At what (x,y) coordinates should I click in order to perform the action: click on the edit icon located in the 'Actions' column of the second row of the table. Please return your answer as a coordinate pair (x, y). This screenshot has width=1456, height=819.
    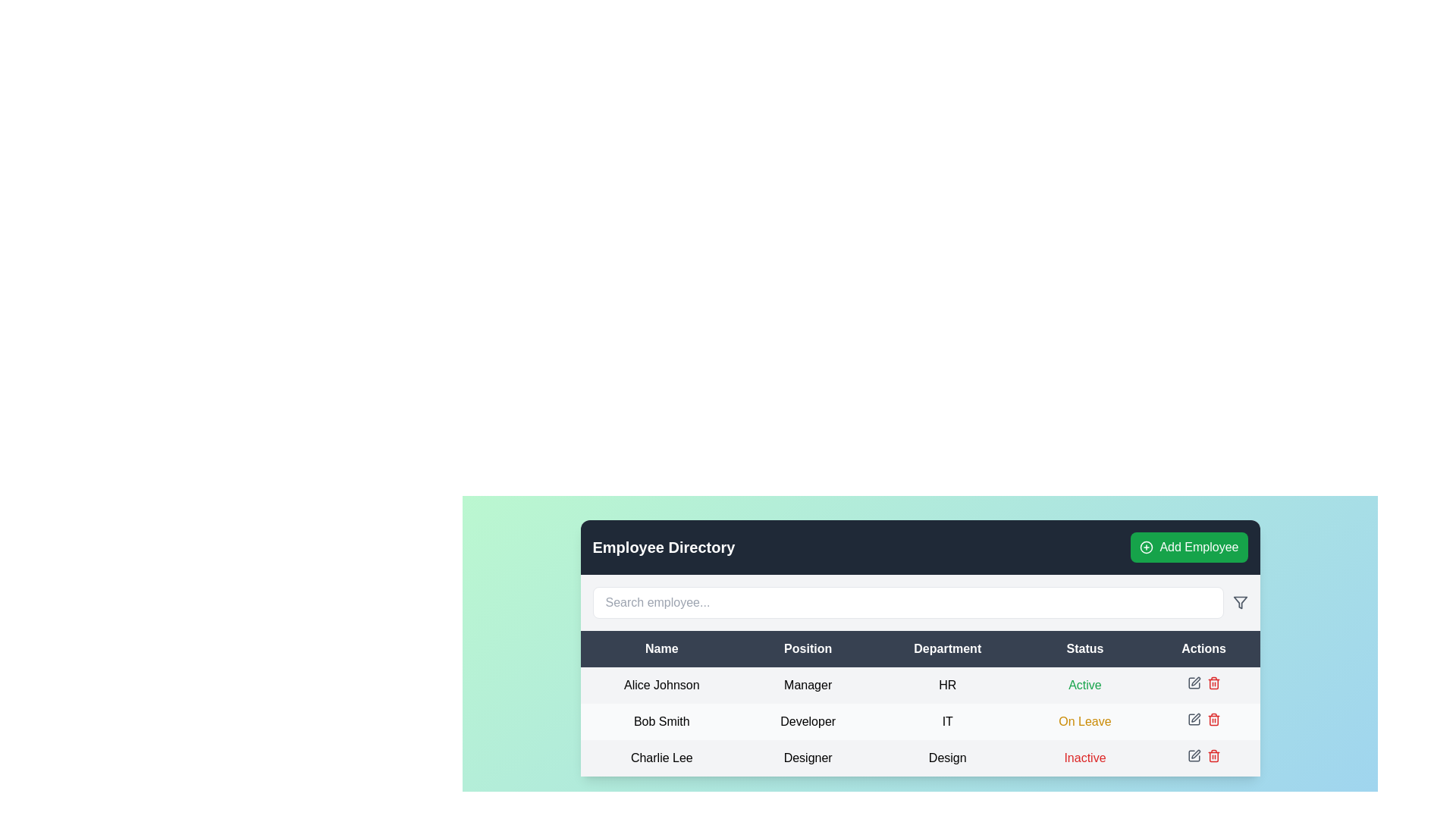
    Looking at the image, I should click on (1193, 718).